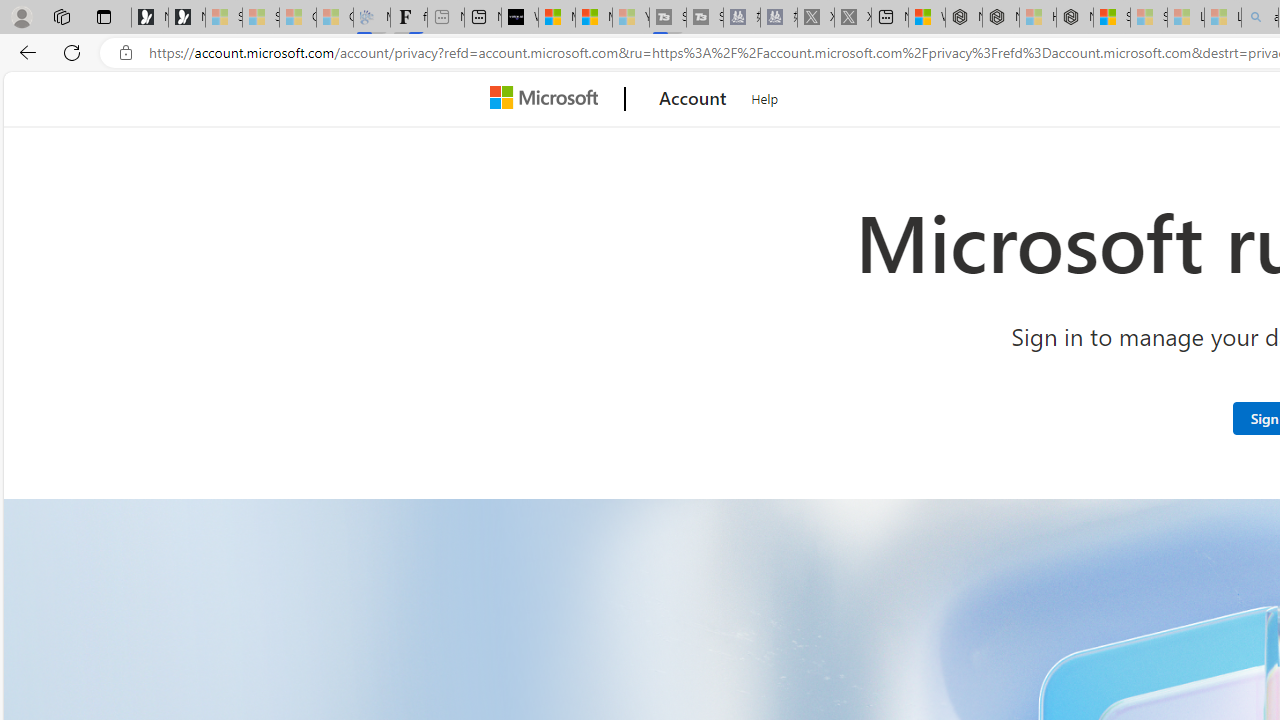  I want to click on 'Personal Profile', so click(21, 16).